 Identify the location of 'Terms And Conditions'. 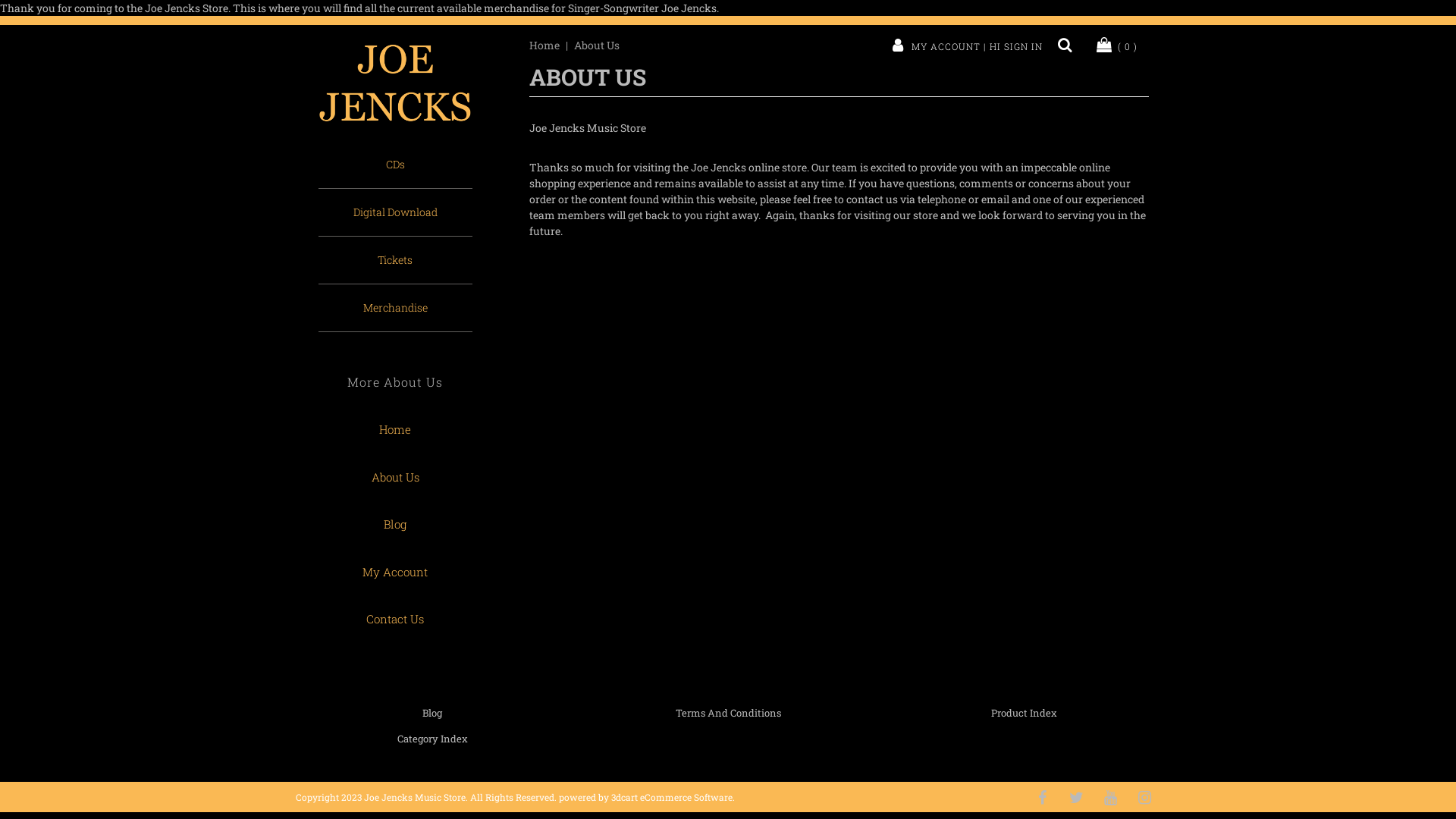
(726, 711).